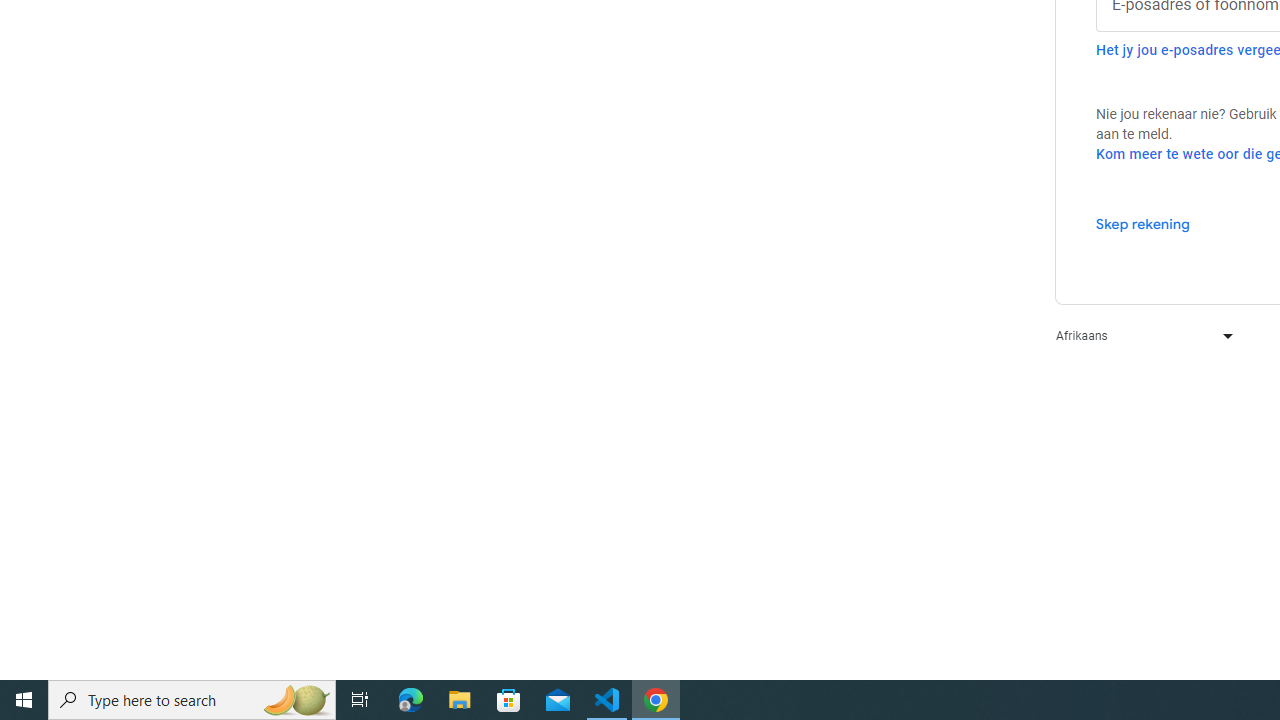 The width and height of the screenshot is (1280, 720). I want to click on 'Start', so click(24, 698).